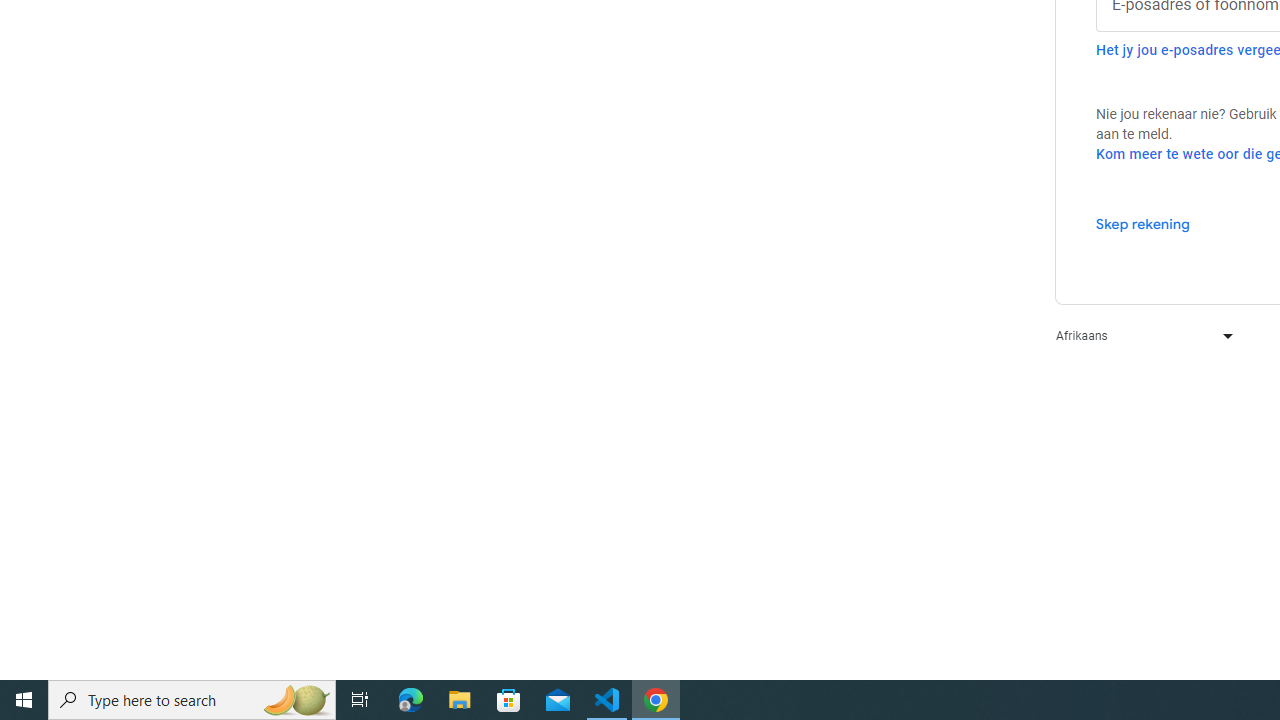 The width and height of the screenshot is (1280, 720). I want to click on 'Start', so click(24, 698).